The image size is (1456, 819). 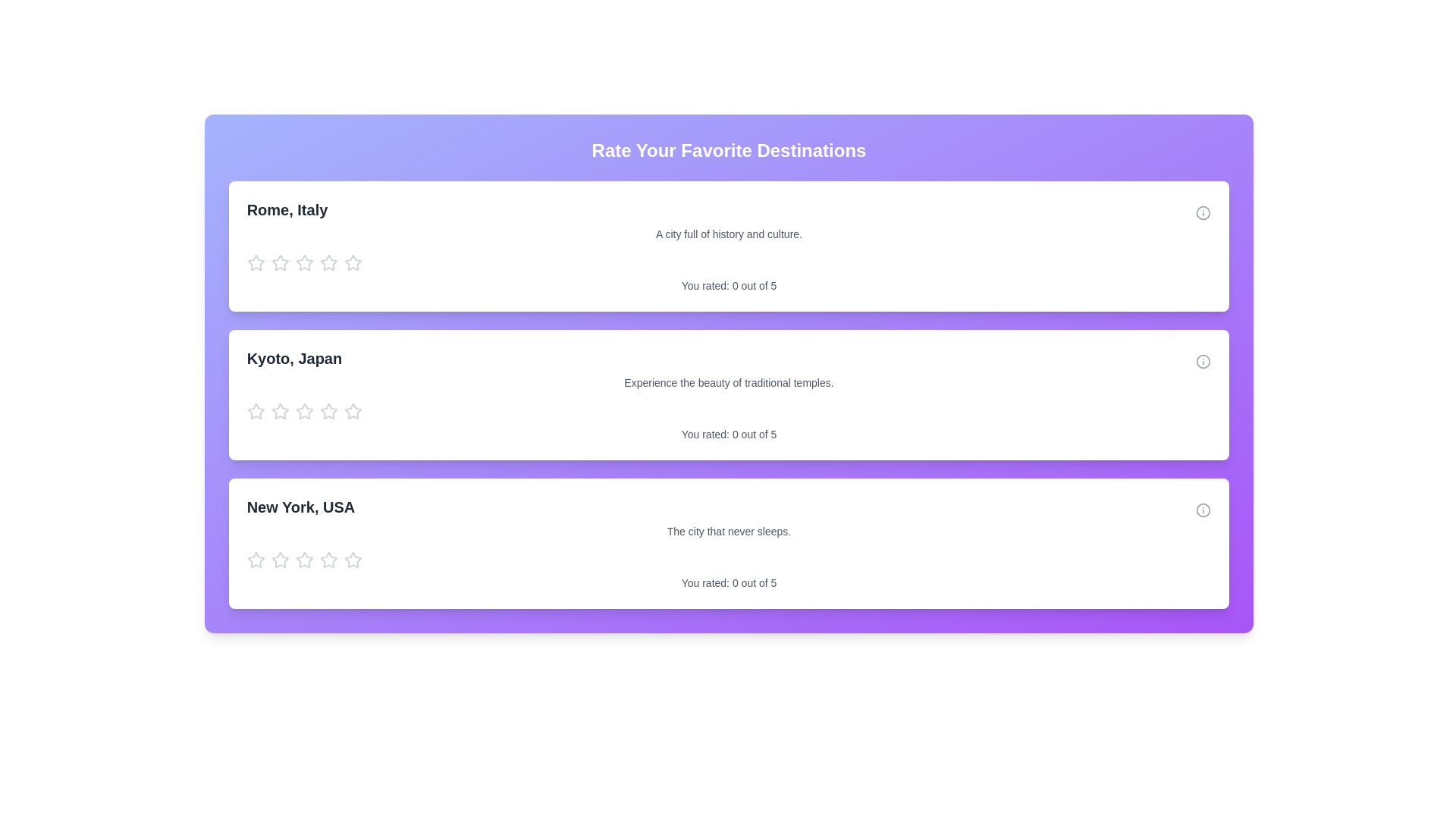 I want to click on the fifth star in the star rating component located in the 'New York, USA' section to set a rating of five out of five, so click(x=352, y=560).